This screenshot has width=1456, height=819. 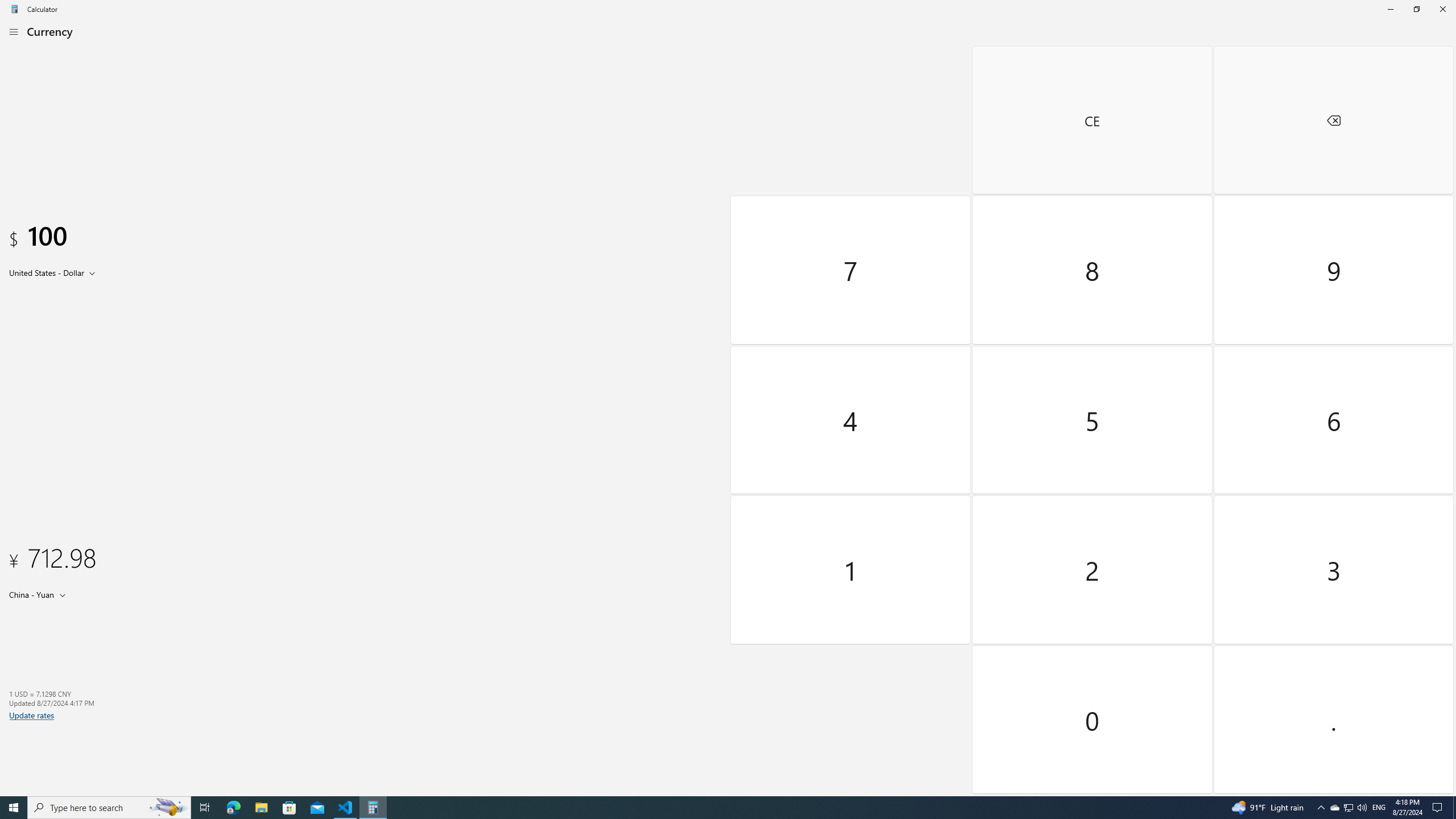 What do you see at coordinates (851, 570) in the screenshot?
I see `'One'` at bounding box center [851, 570].